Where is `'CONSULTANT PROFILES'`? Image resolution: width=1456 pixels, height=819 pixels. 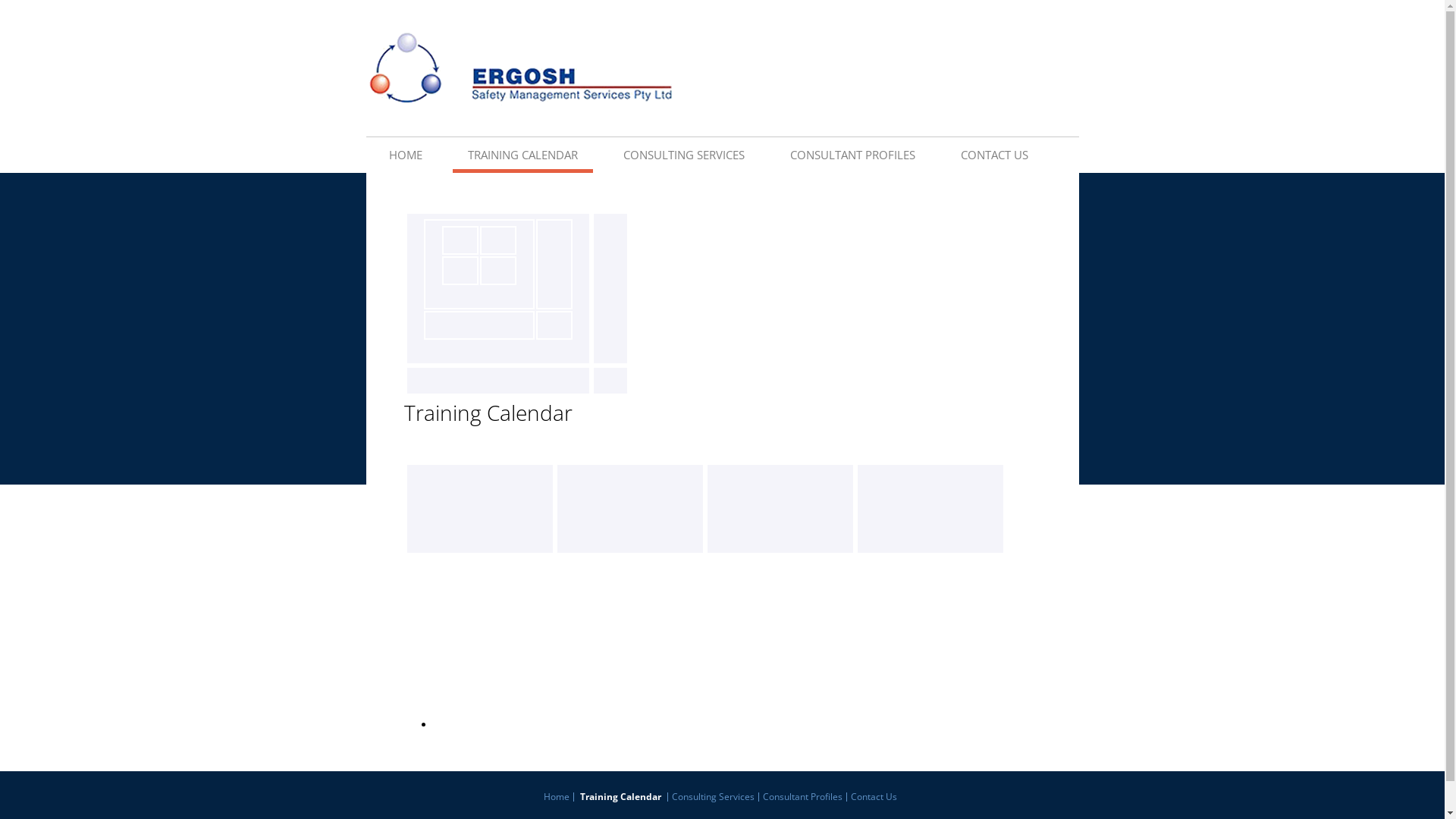
'CONSULTANT PROFILES' is located at coordinates (852, 152).